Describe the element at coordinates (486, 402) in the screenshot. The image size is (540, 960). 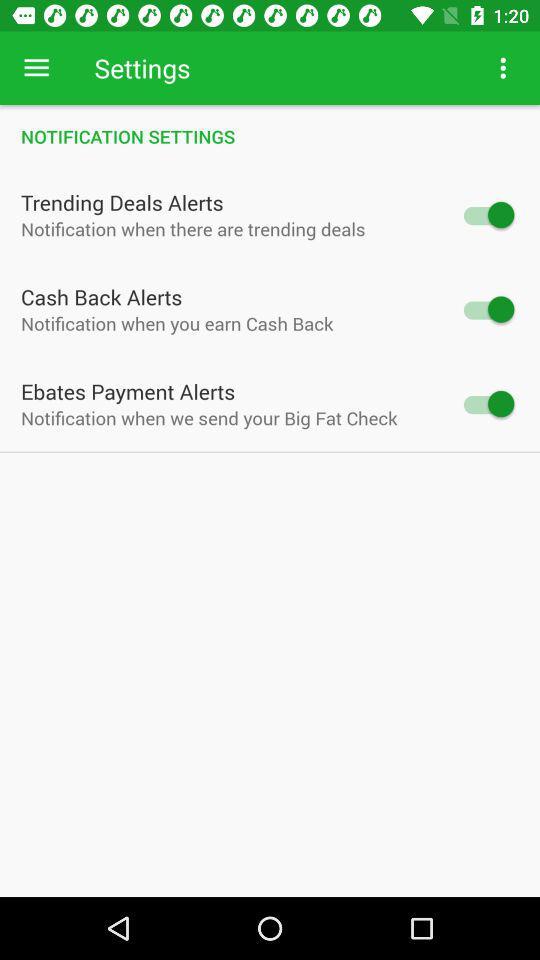
I see `the last button of the page` at that location.